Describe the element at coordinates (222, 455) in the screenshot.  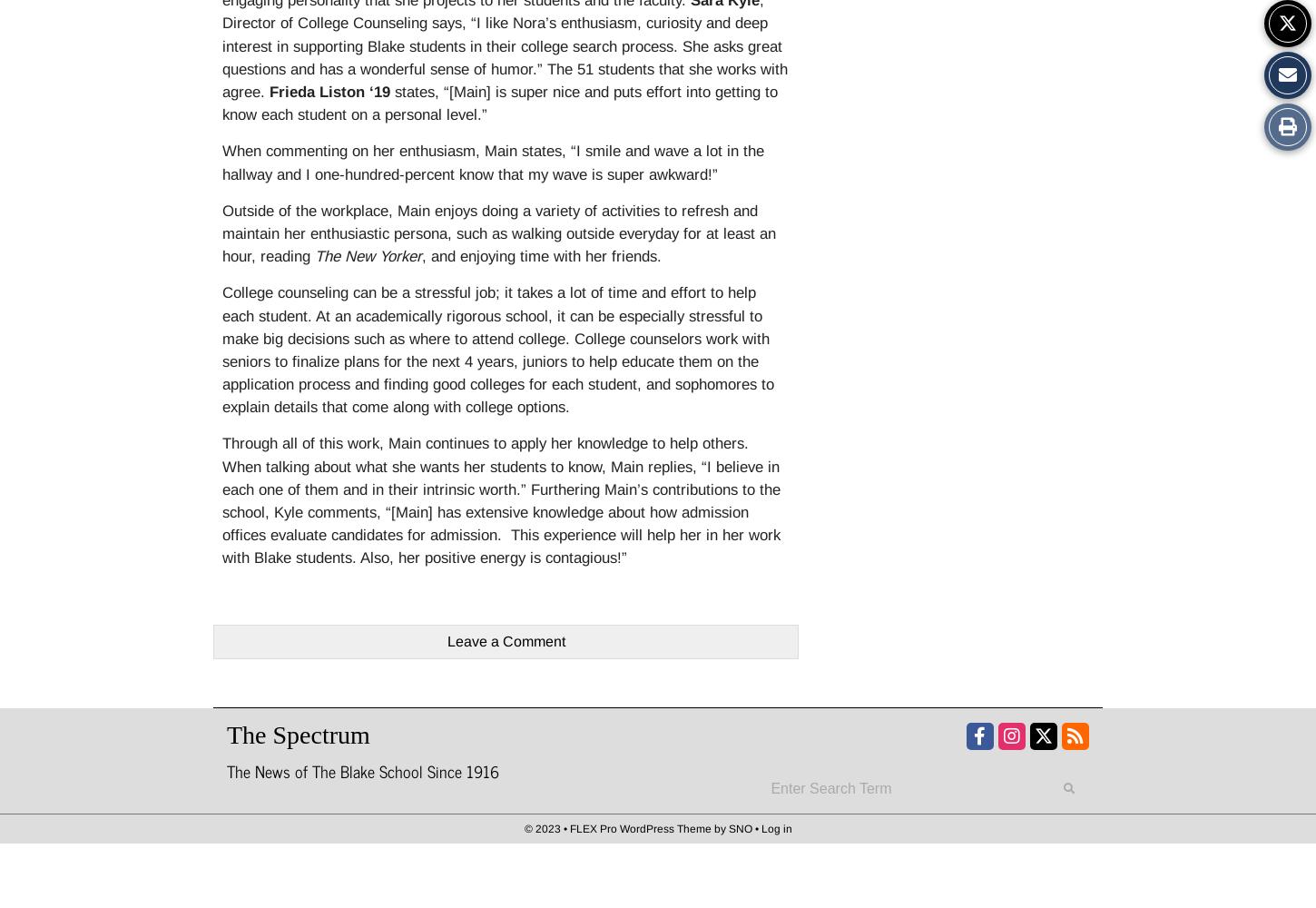
I see `'Through all of this work, Main continues to apply her knowledge to help others. When talking about what she wants her students to know, Main replies, “'` at that location.